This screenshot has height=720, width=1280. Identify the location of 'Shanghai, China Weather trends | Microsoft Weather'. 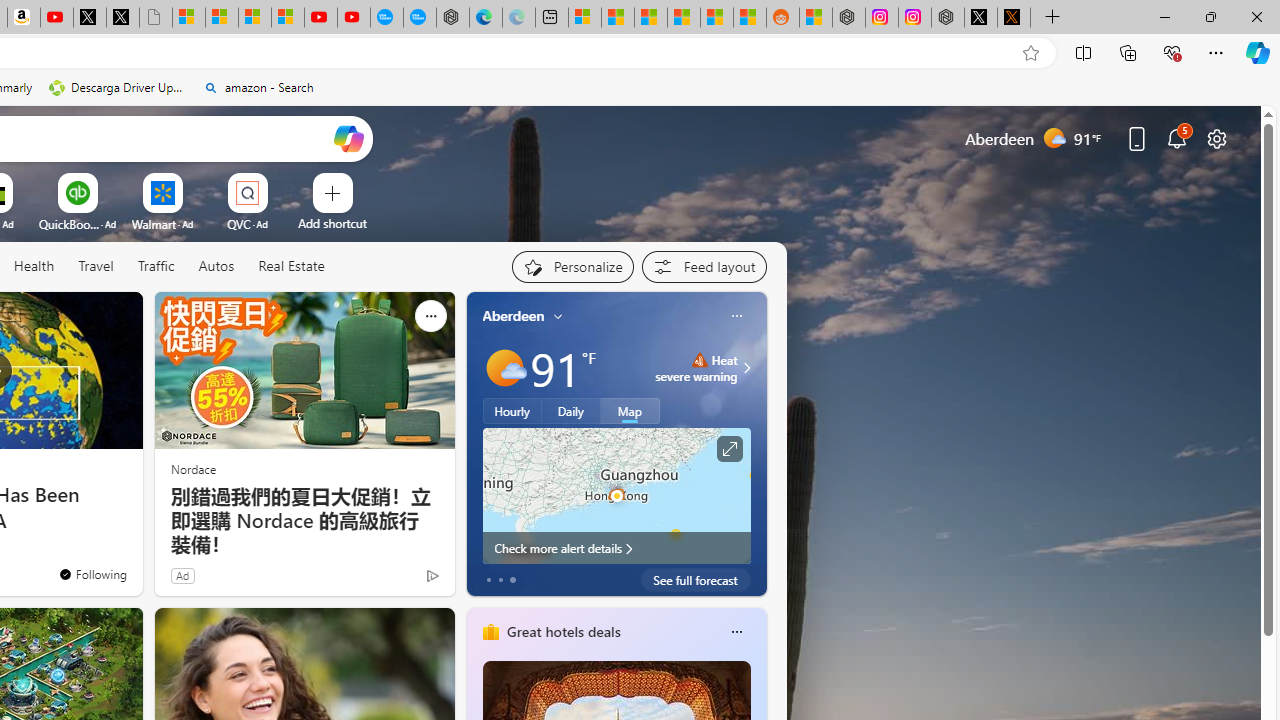
(748, 17).